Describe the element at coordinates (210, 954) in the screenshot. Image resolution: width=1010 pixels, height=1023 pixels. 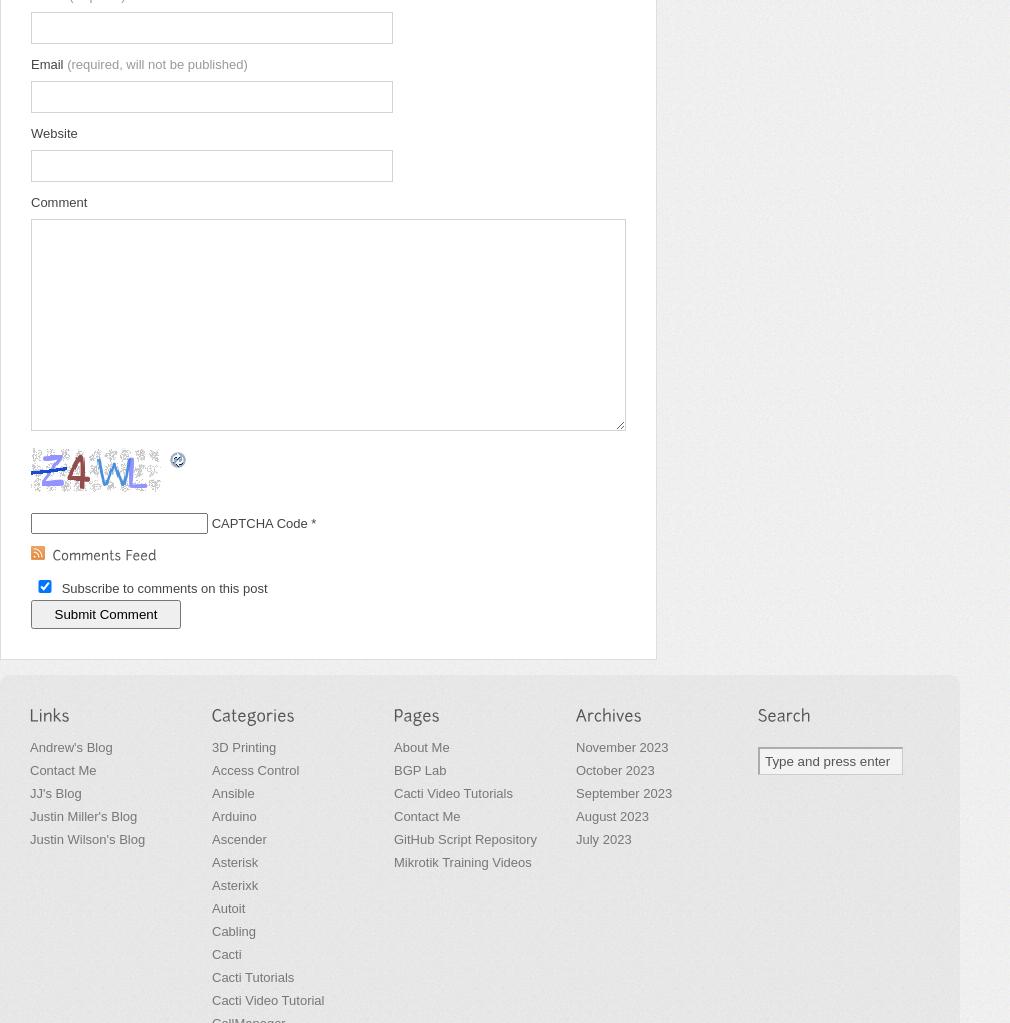
I see `'Cacti'` at that location.